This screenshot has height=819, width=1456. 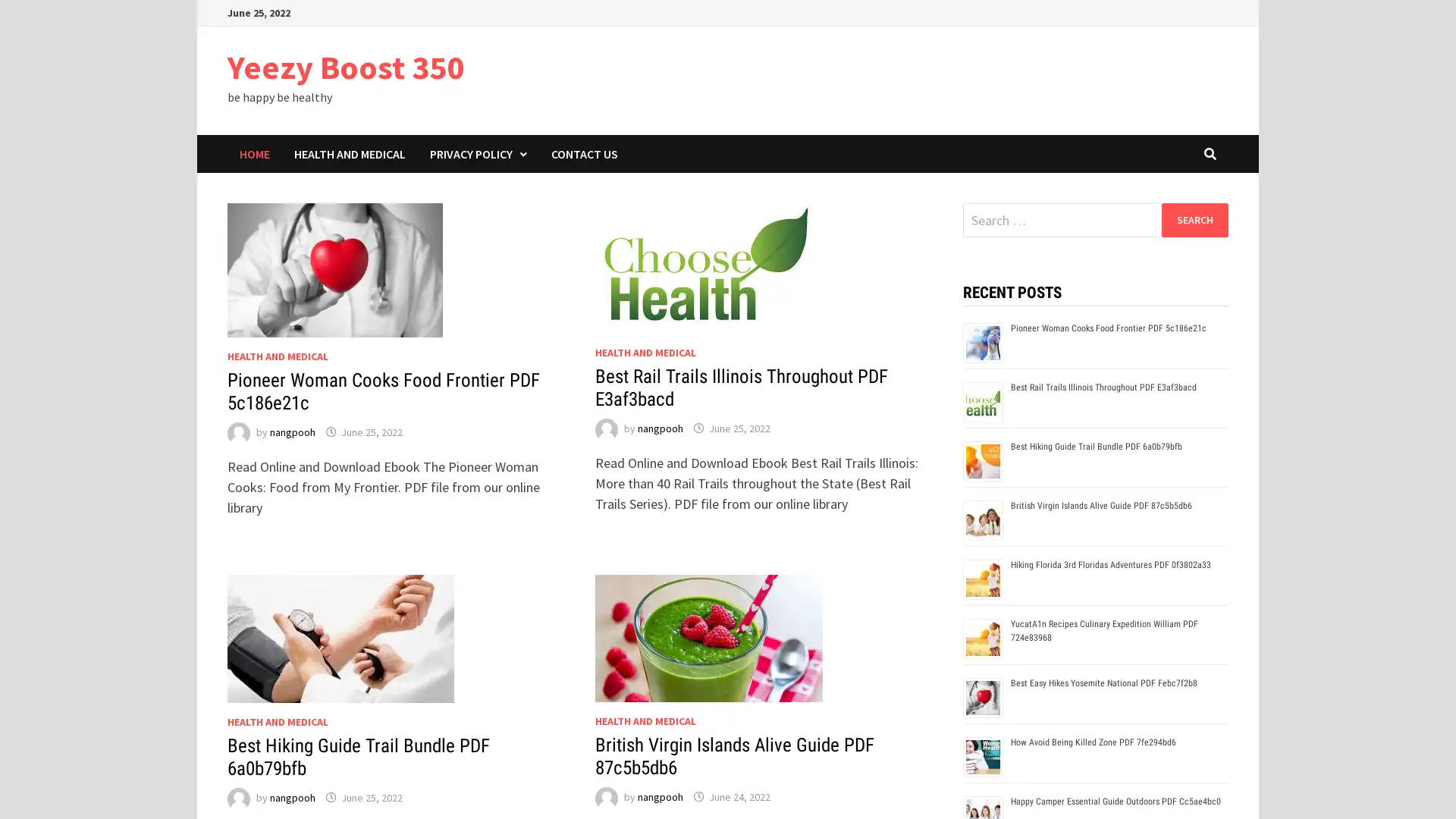 I want to click on Search, so click(x=1194, y=219).